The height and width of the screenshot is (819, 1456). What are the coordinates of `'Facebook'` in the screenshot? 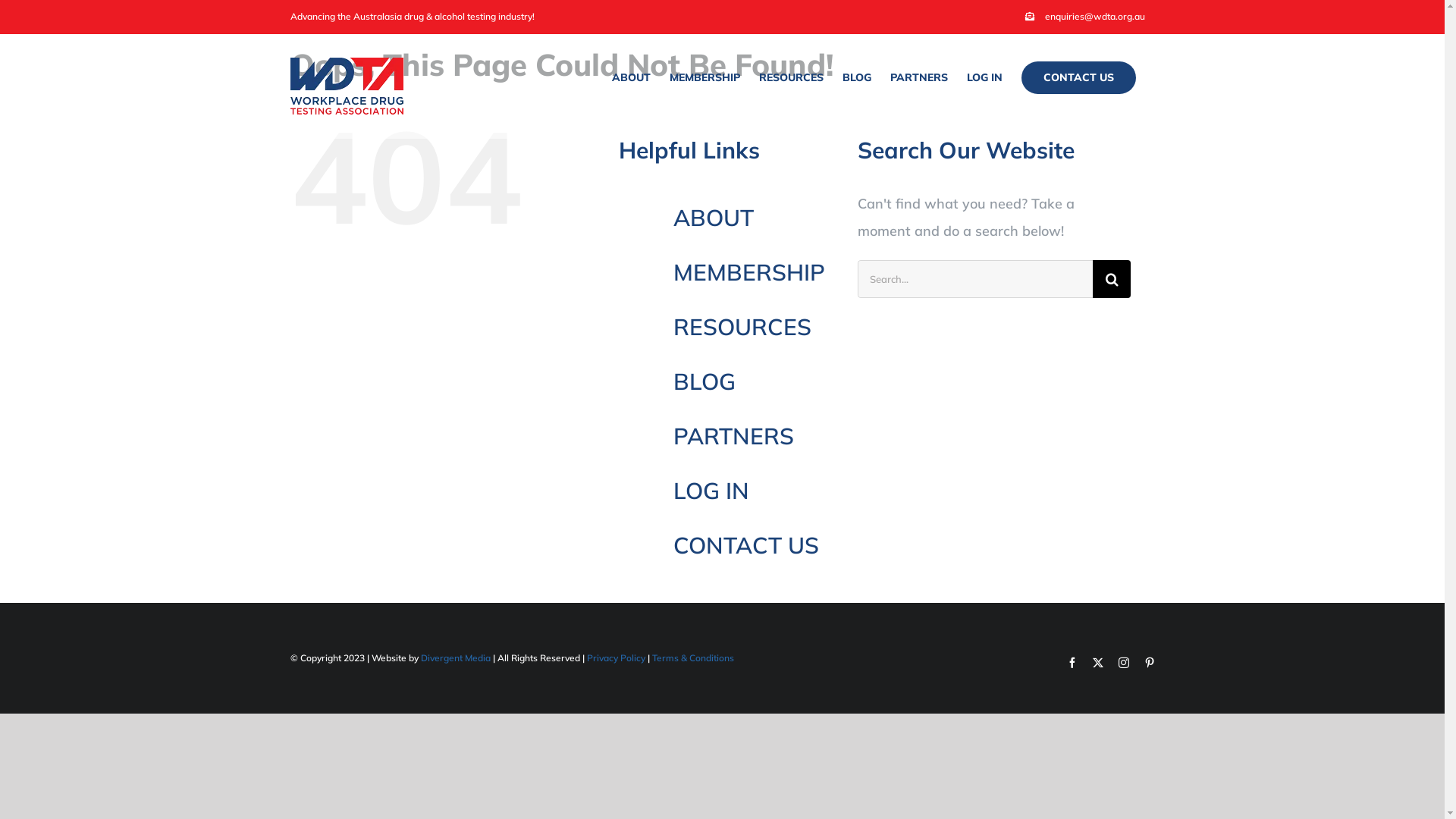 It's located at (1070, 662).